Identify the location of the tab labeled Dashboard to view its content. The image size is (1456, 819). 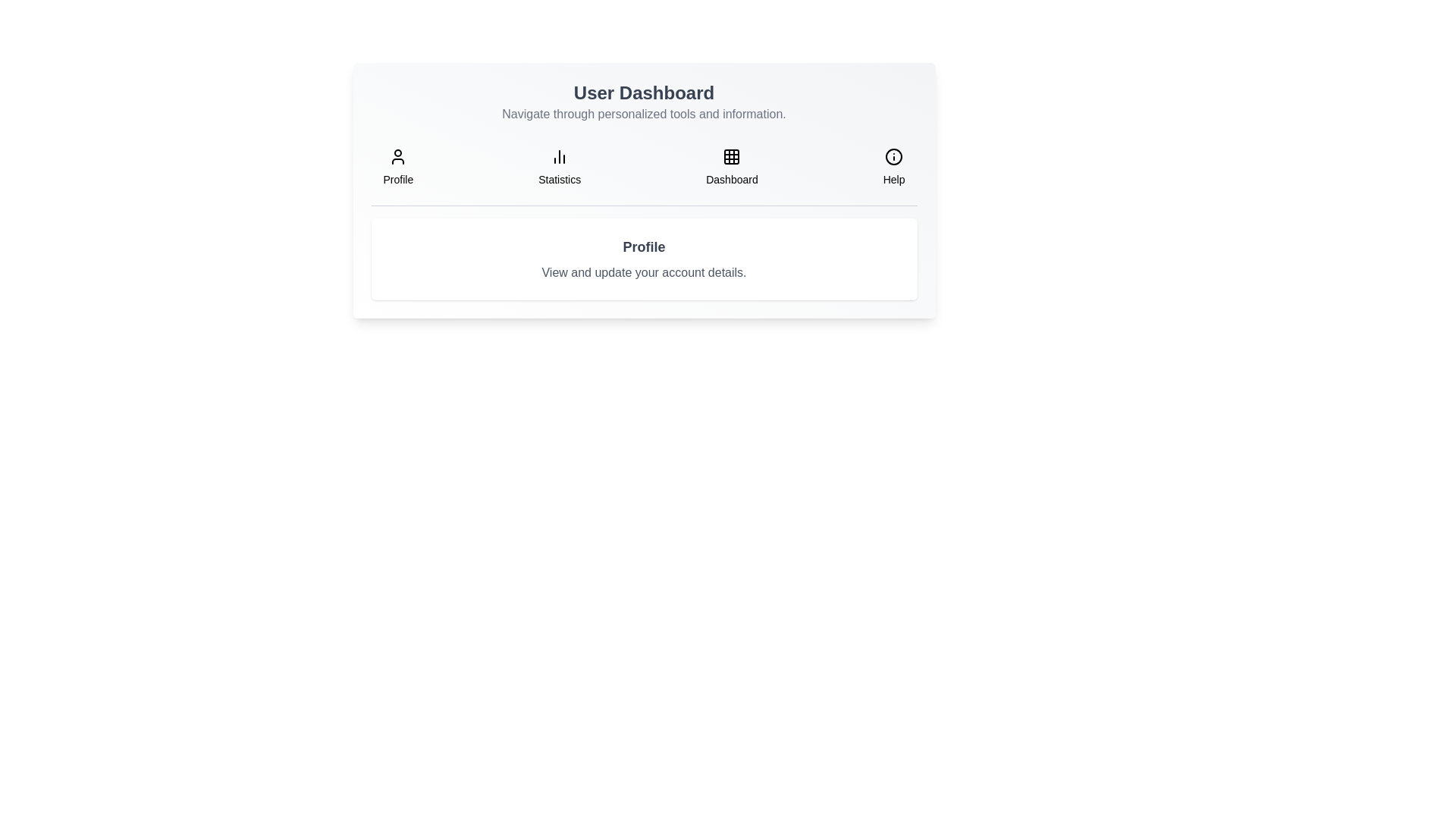
(731, 167).